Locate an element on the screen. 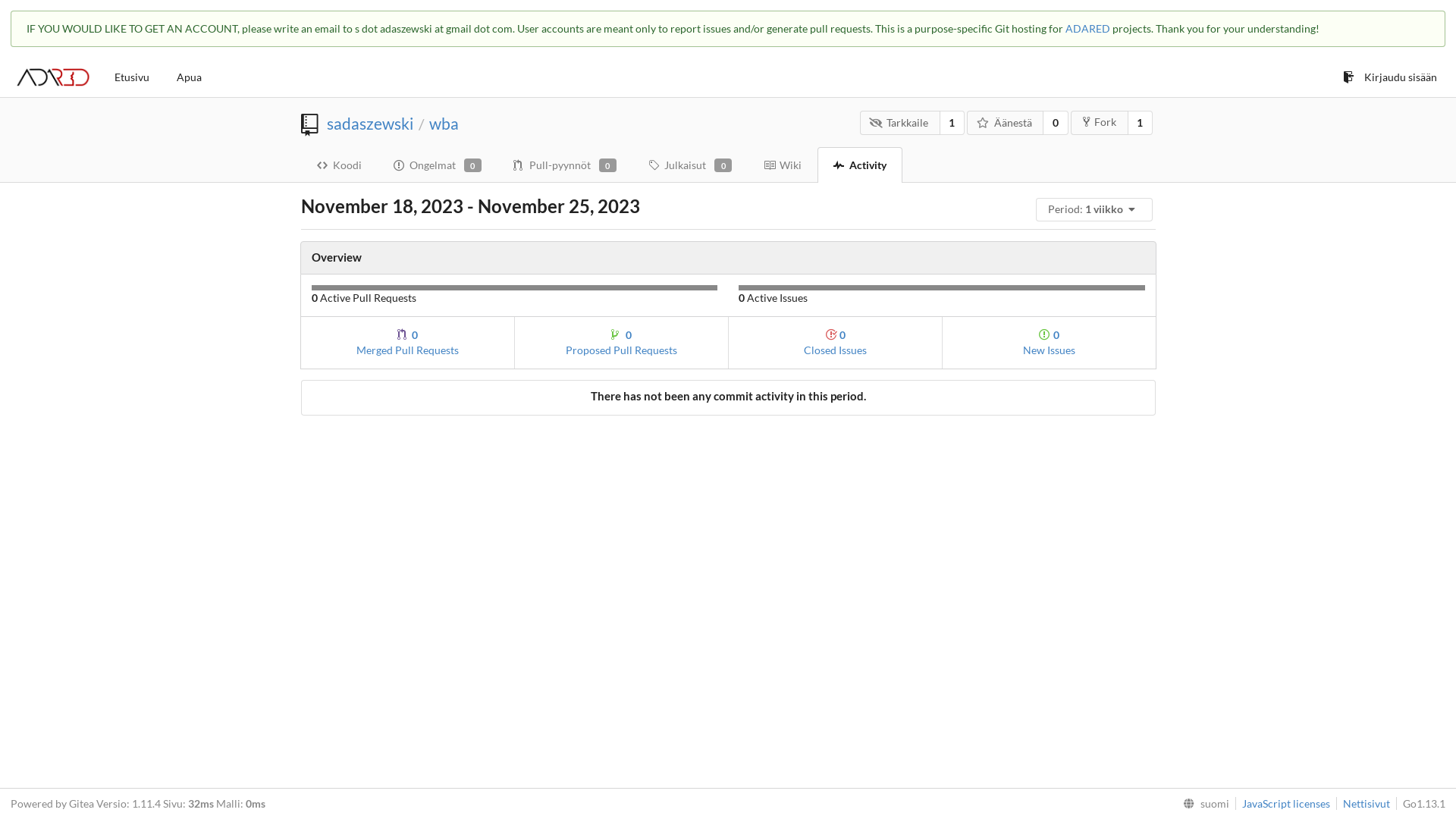 The height and width of the screenshot is (819, 1456). '0 is located at coordinates (833, 342).